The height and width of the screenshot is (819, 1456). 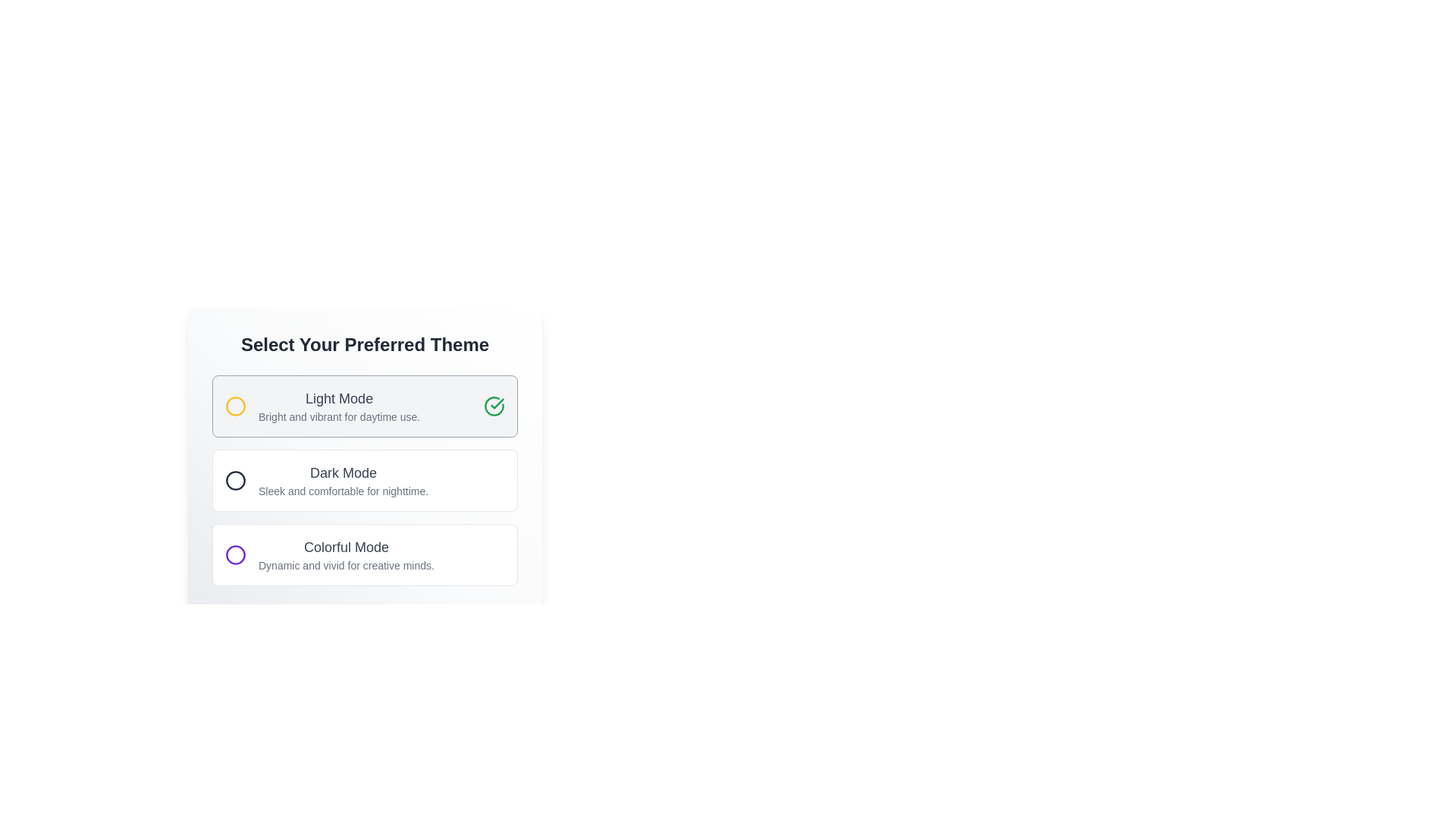 I want to click on the text description element titled 'Colorful Mode' with the subtitle 'Dynamic and vivid for creative minds.', so click(x=345, y=555).